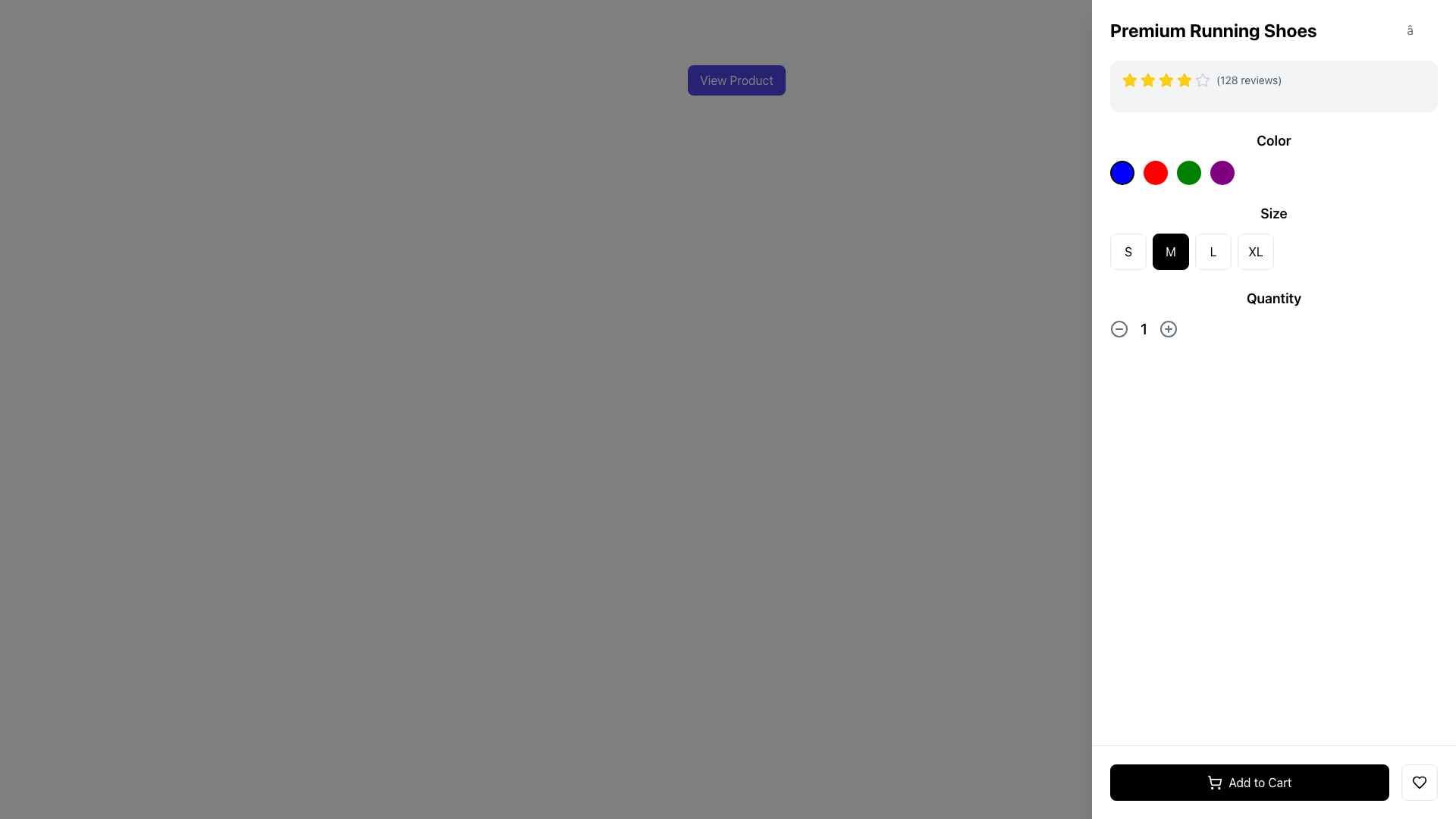  What do you see at coordinates (1256, 250) in the screenshot?
I see `the square button with rounded corners labeled 'XL'` at bounding box center [1256, 250].